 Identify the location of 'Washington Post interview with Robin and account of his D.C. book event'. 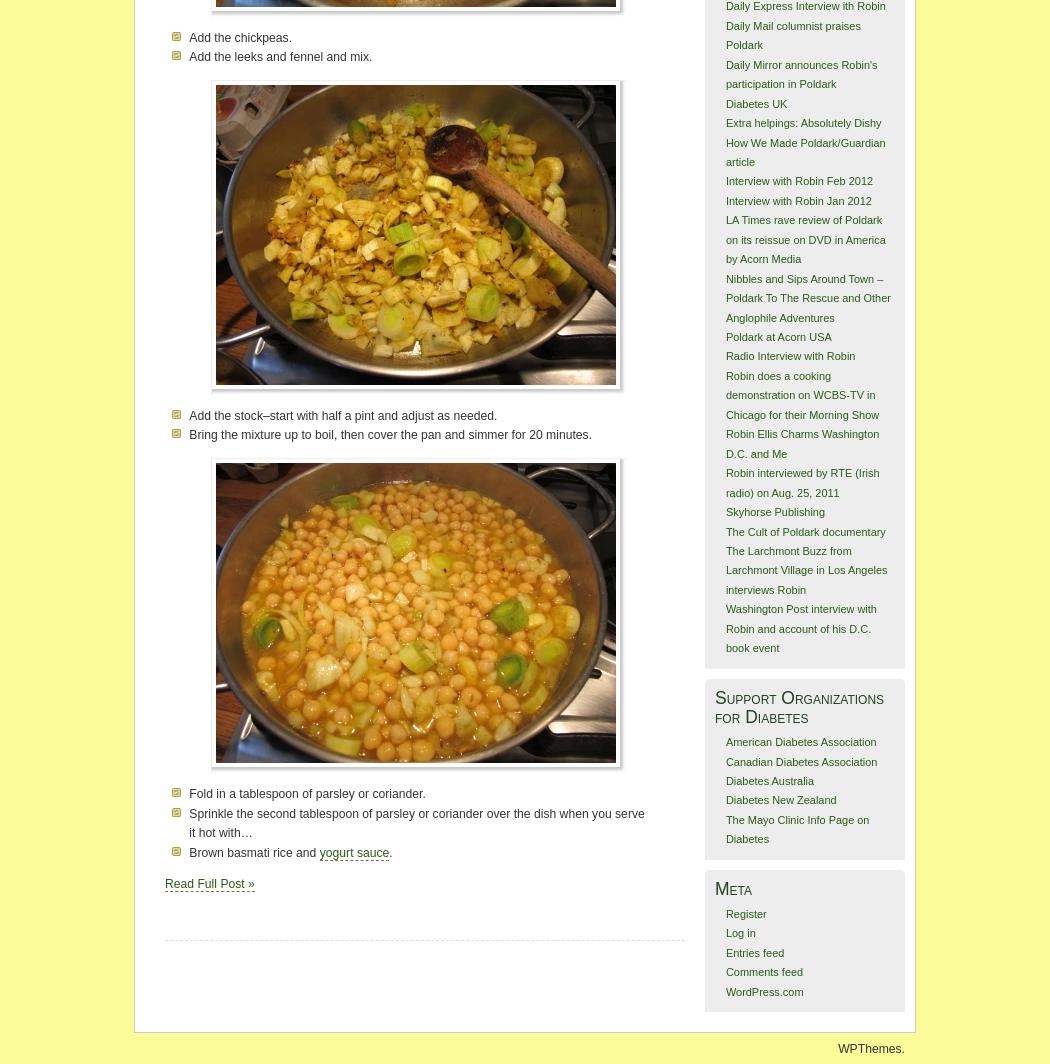
(799, 628).